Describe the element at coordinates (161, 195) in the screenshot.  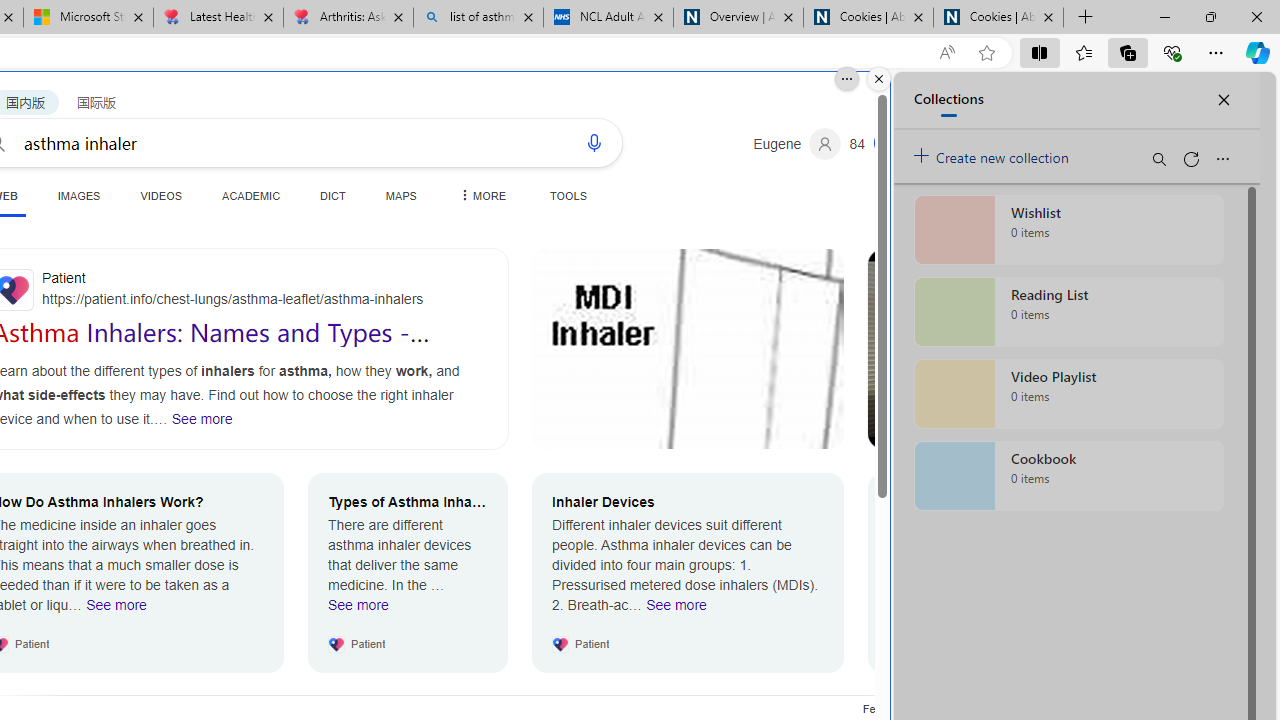
I see `'VIDEOS'` at that location.